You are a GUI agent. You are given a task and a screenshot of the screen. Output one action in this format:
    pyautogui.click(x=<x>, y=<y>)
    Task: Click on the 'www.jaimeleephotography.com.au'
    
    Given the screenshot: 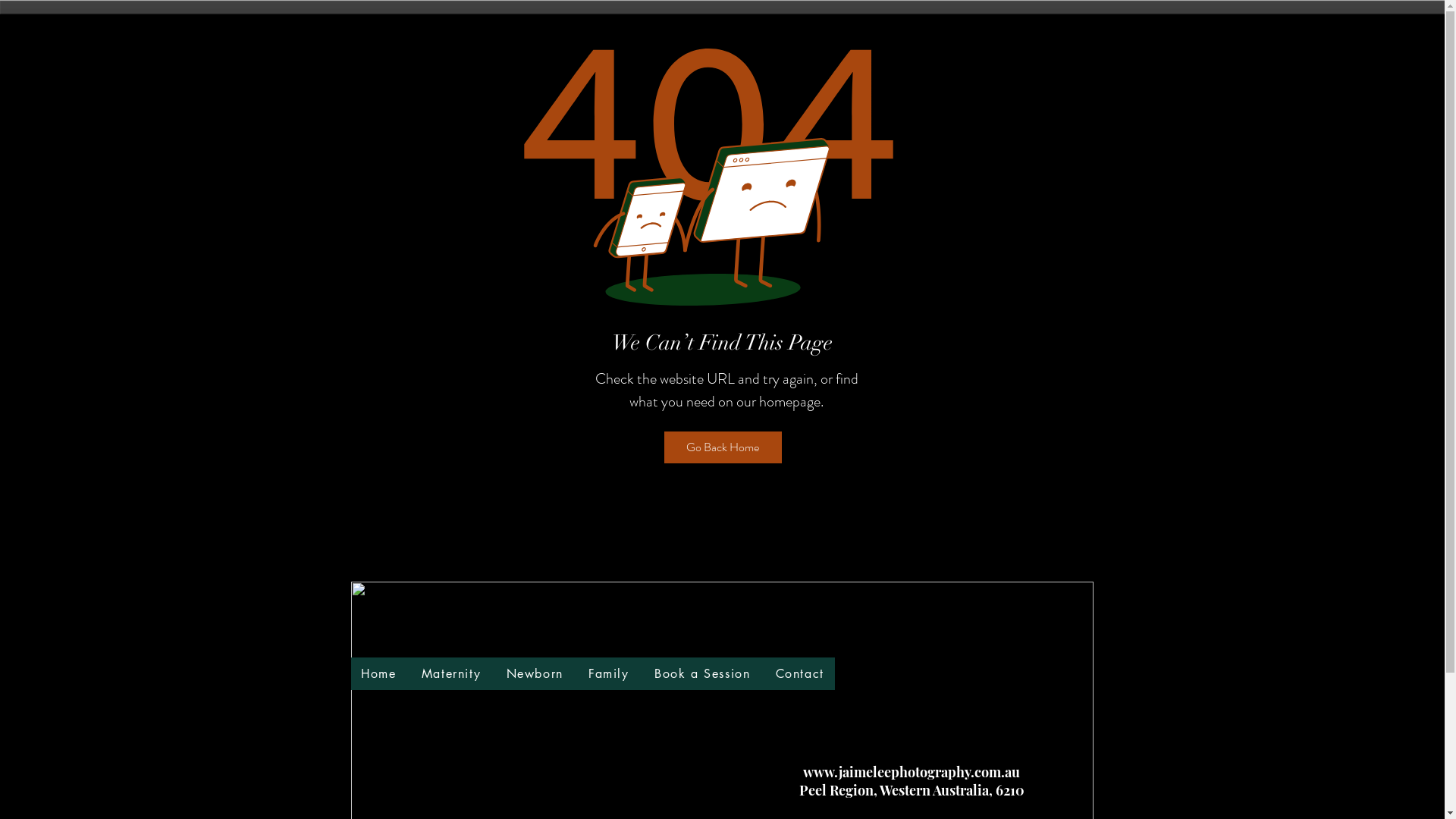 What is the action you would take?
    pyautogui.click(x=910, y=772)
    